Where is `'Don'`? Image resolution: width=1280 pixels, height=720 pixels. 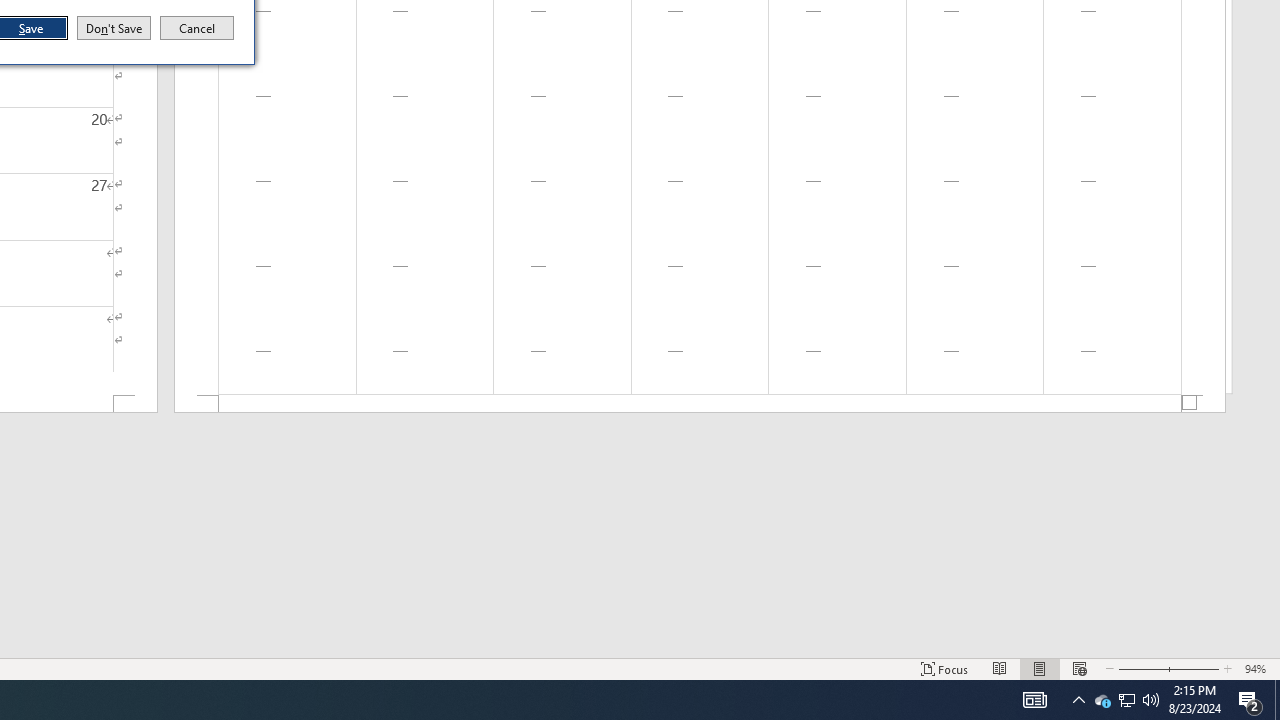 'Don' is located at coordinates (112, 28).